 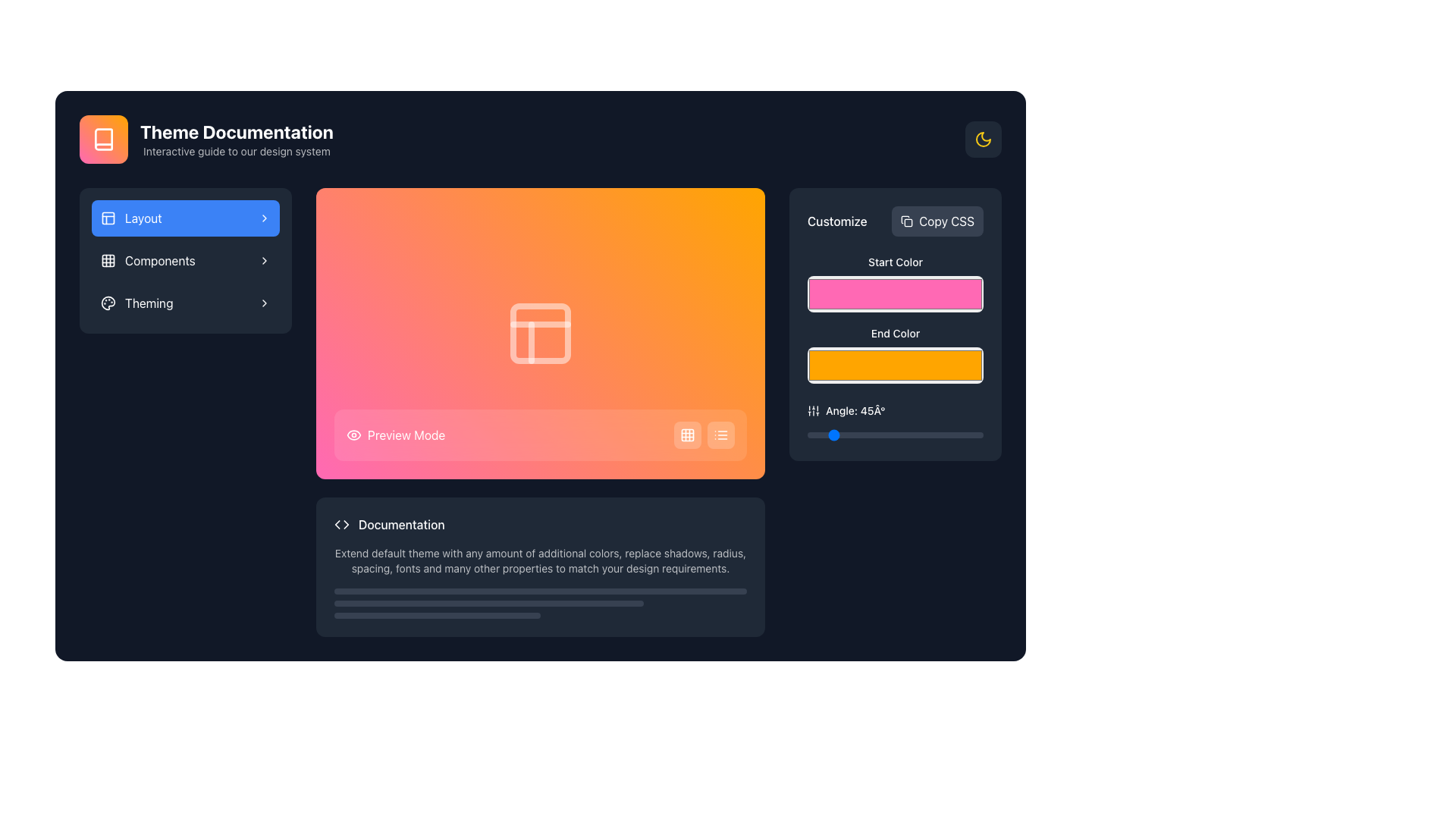 What do you see at coordinates (983, 140) in the screenshot?
I see `the yellow crescent moon icon located in the top-right corner of the interface` at bounding box center [983, 140].